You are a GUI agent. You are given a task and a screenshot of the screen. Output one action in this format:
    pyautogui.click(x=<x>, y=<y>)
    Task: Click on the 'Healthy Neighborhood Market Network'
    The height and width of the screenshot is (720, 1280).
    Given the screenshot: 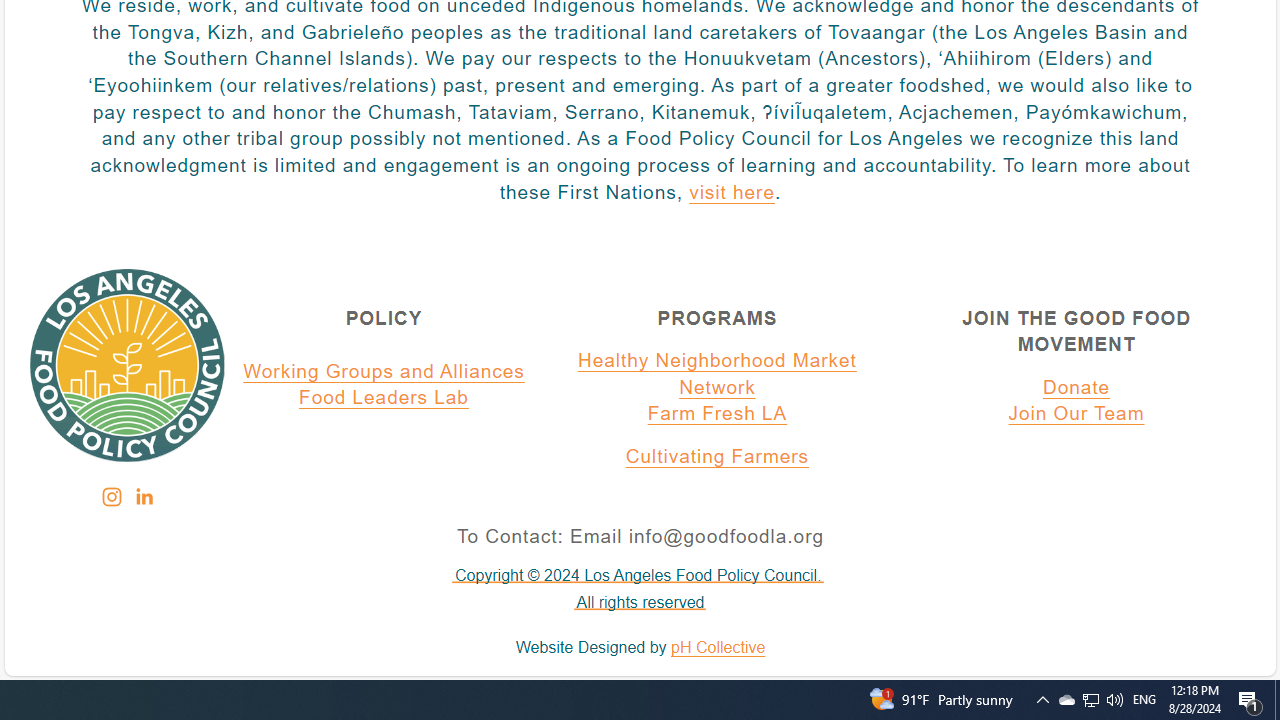 What is the action you would take?
    pyautogui.click(x=717, y=374)
    